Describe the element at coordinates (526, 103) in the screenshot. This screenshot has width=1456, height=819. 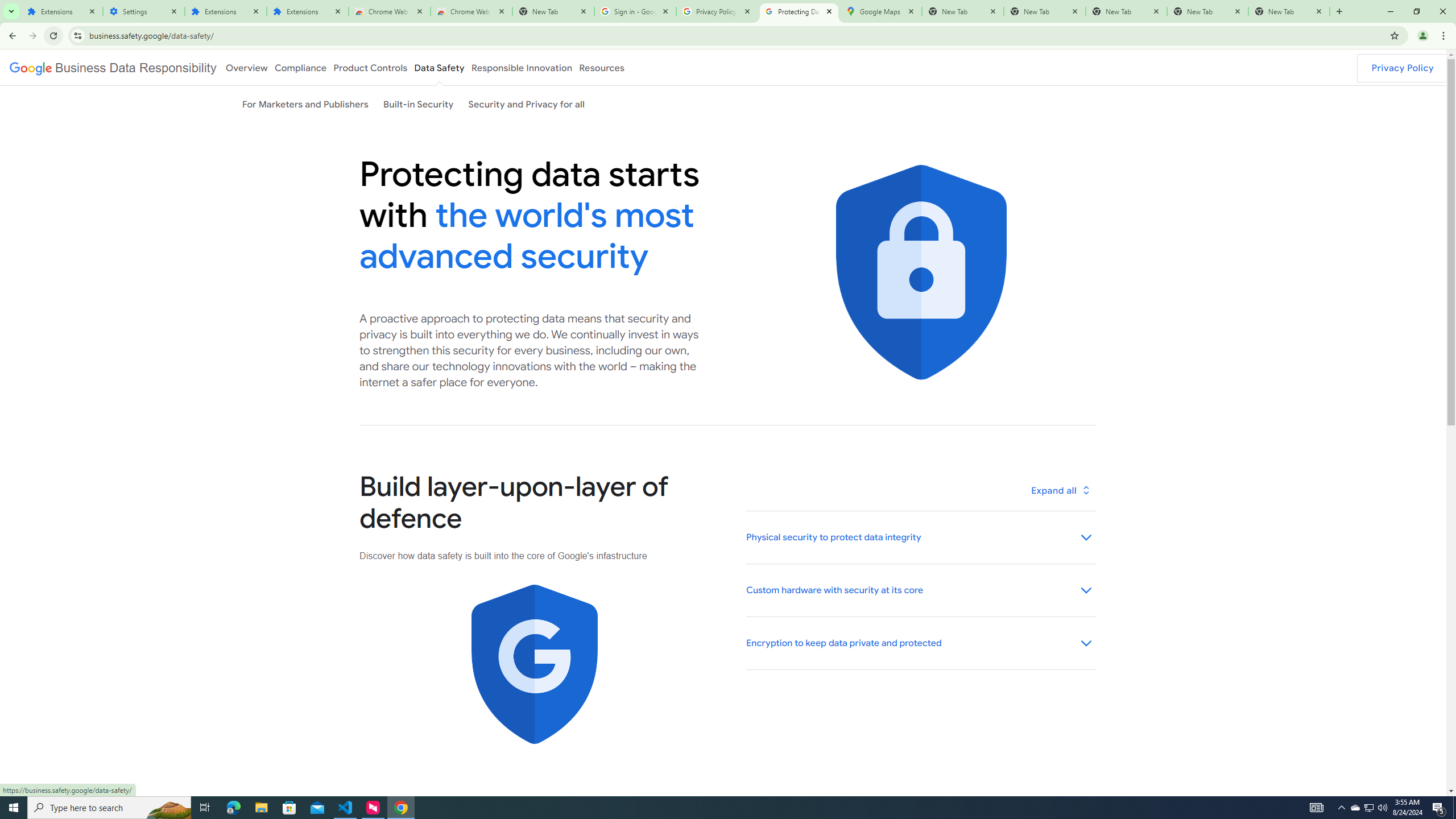
I see `'Security and Privacy for all'` at that location.